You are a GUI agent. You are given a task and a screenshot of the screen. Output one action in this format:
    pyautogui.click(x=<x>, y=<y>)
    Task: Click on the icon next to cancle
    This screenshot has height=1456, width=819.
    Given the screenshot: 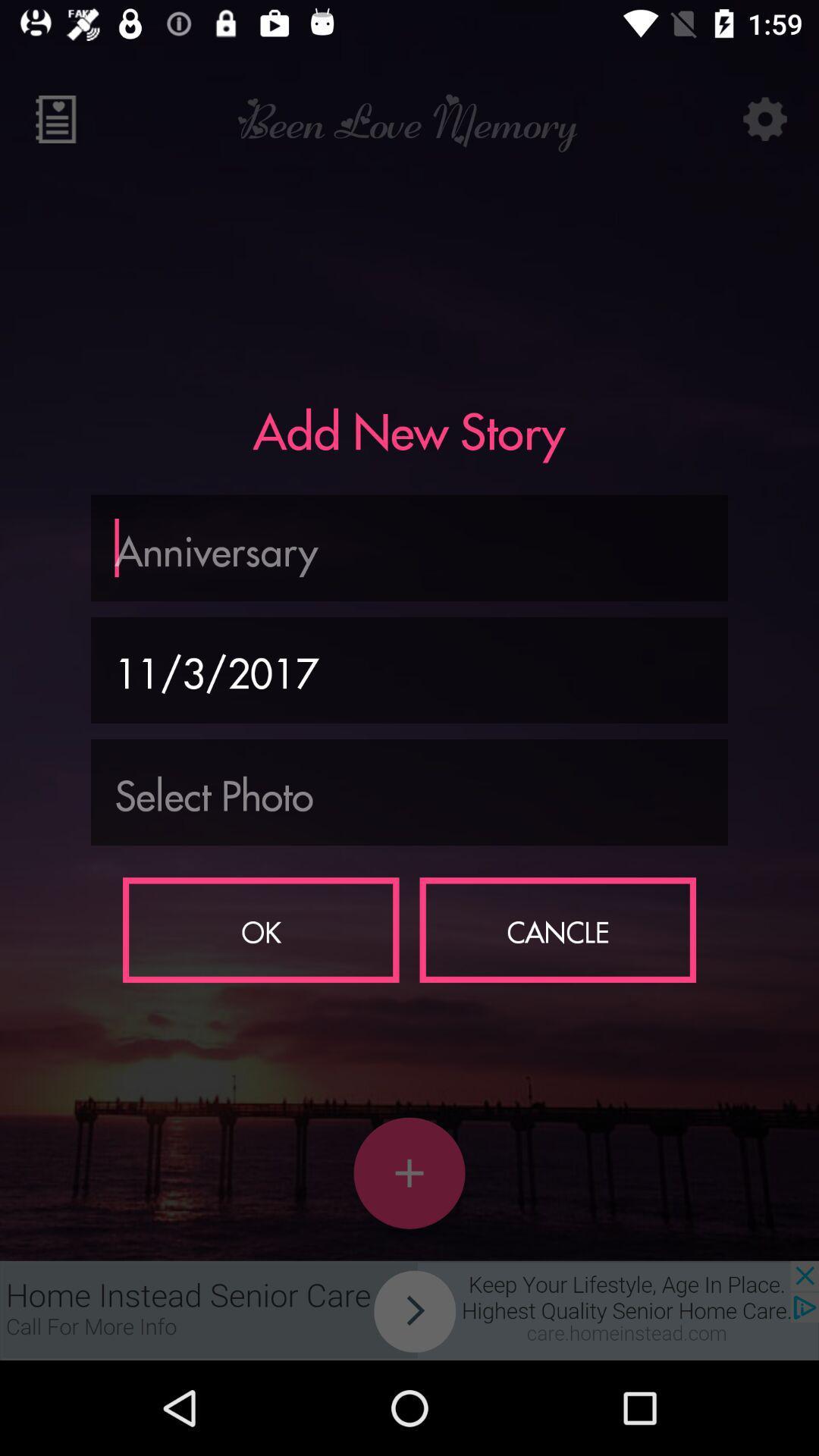 What is the action you would take?
    pyautogui.click(x=260, y=929)
    